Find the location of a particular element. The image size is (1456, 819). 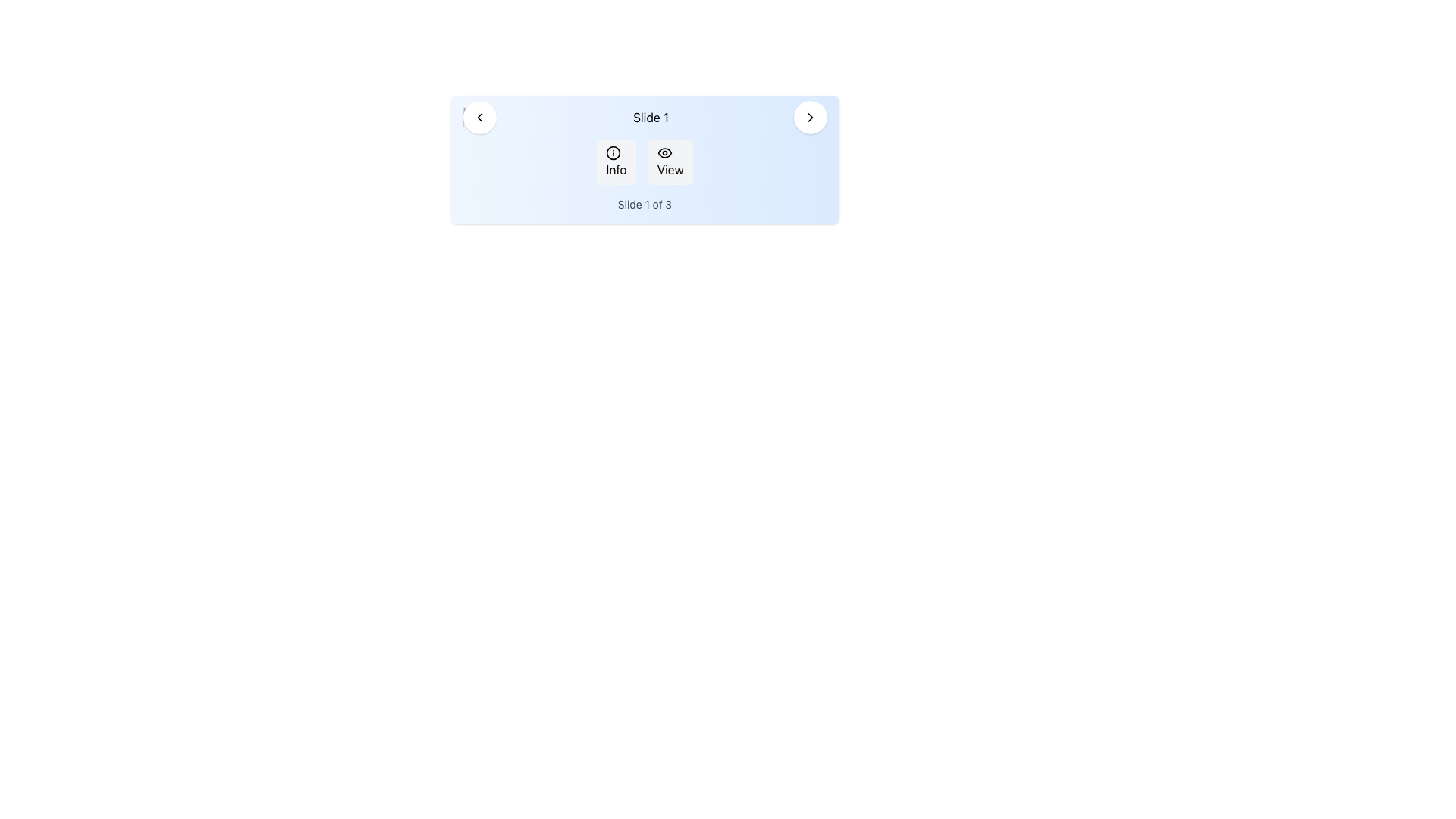

the right-chevron icon located inside the circular button in the top-right corner of the horizontal panel displaying 'Slide 1' is located at coordinates (809, 116).